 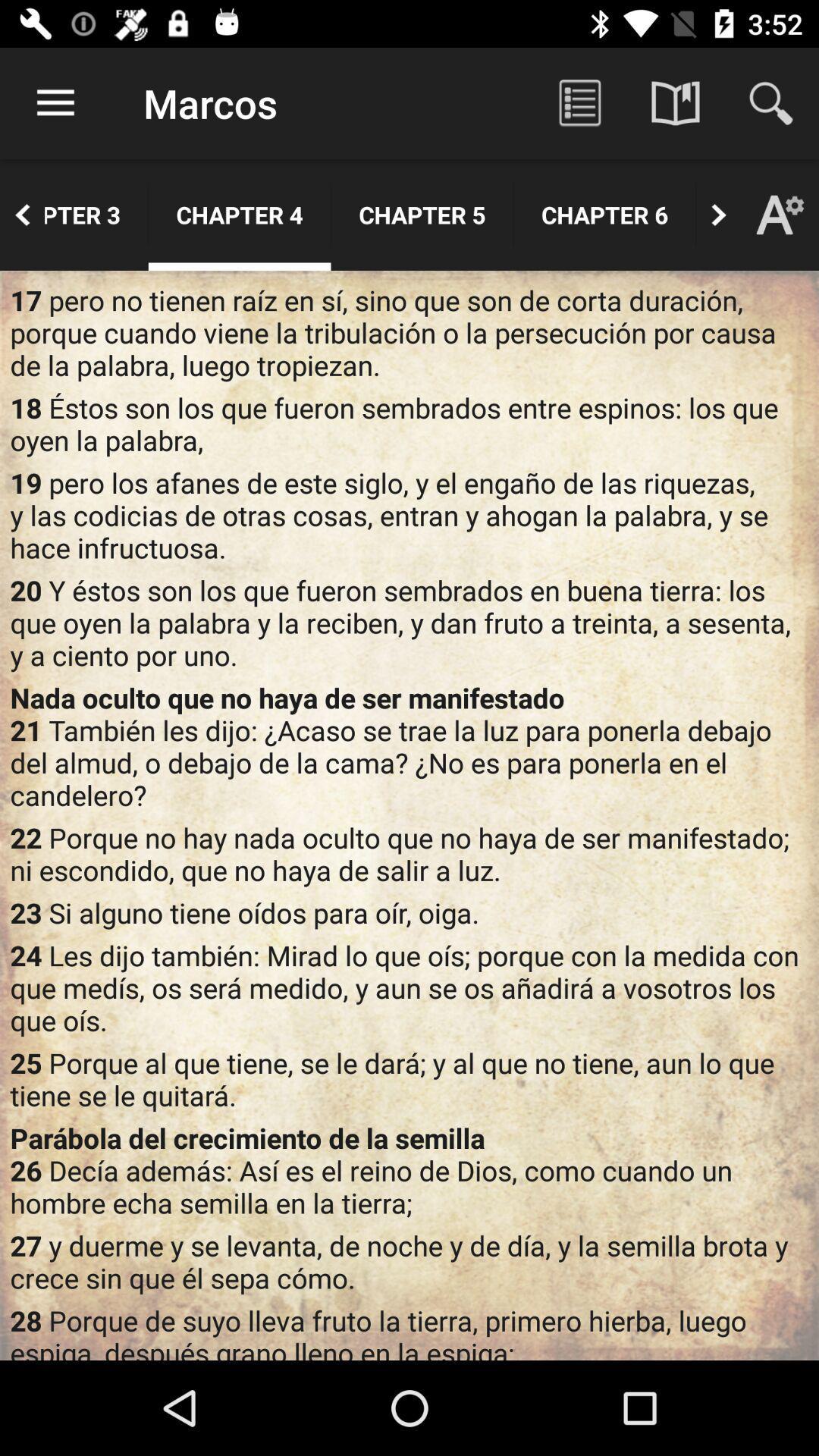 What do you see at coordinates (409, 623) in the screenshot?
I see `the item above the nada oculto que` at bounding box center [409, 623].